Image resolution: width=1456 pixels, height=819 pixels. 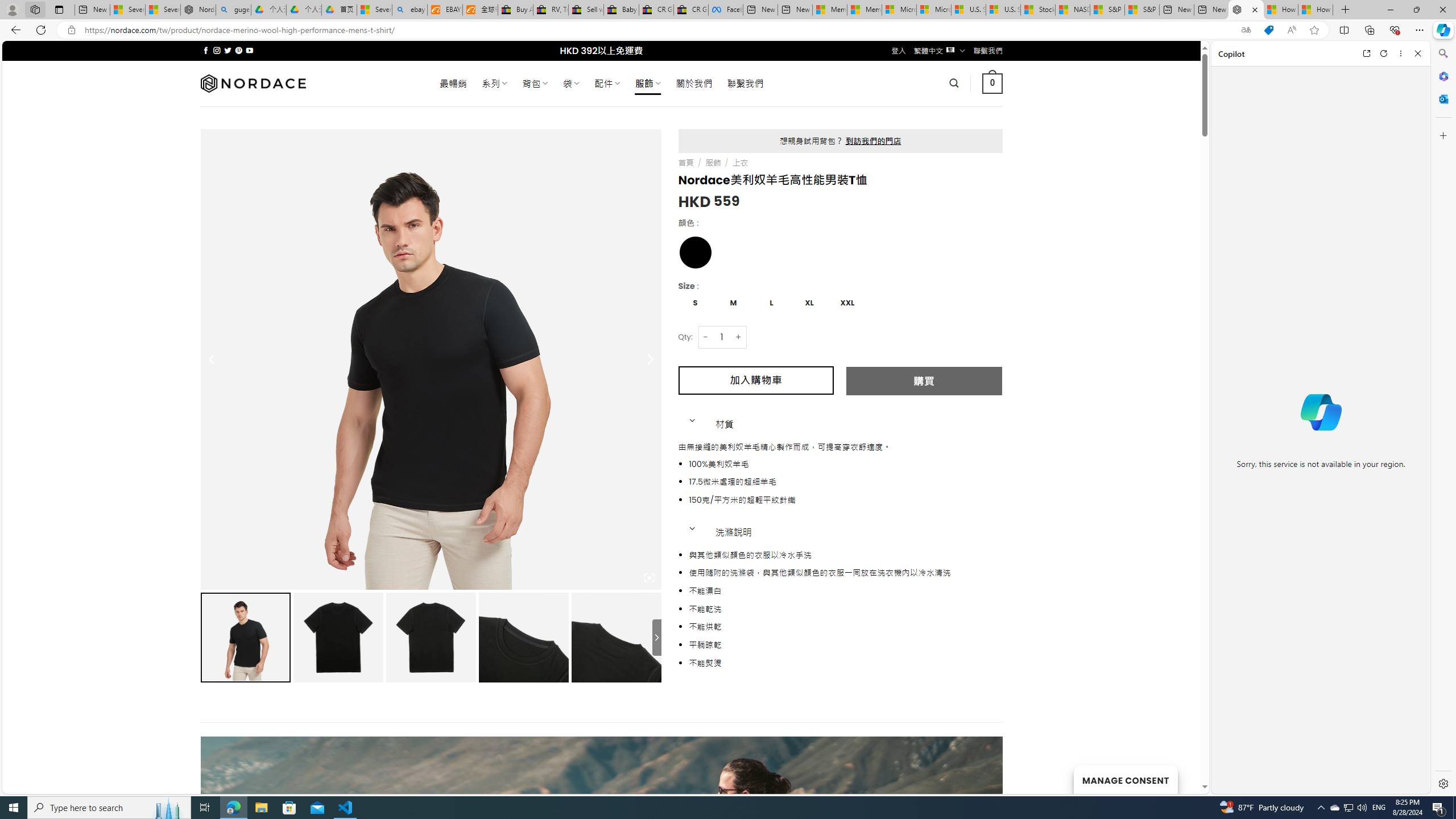 What do you see at coordinates (992, 82) in the screenshot?
I see `' 0 '` at bounding box center [992, 82].